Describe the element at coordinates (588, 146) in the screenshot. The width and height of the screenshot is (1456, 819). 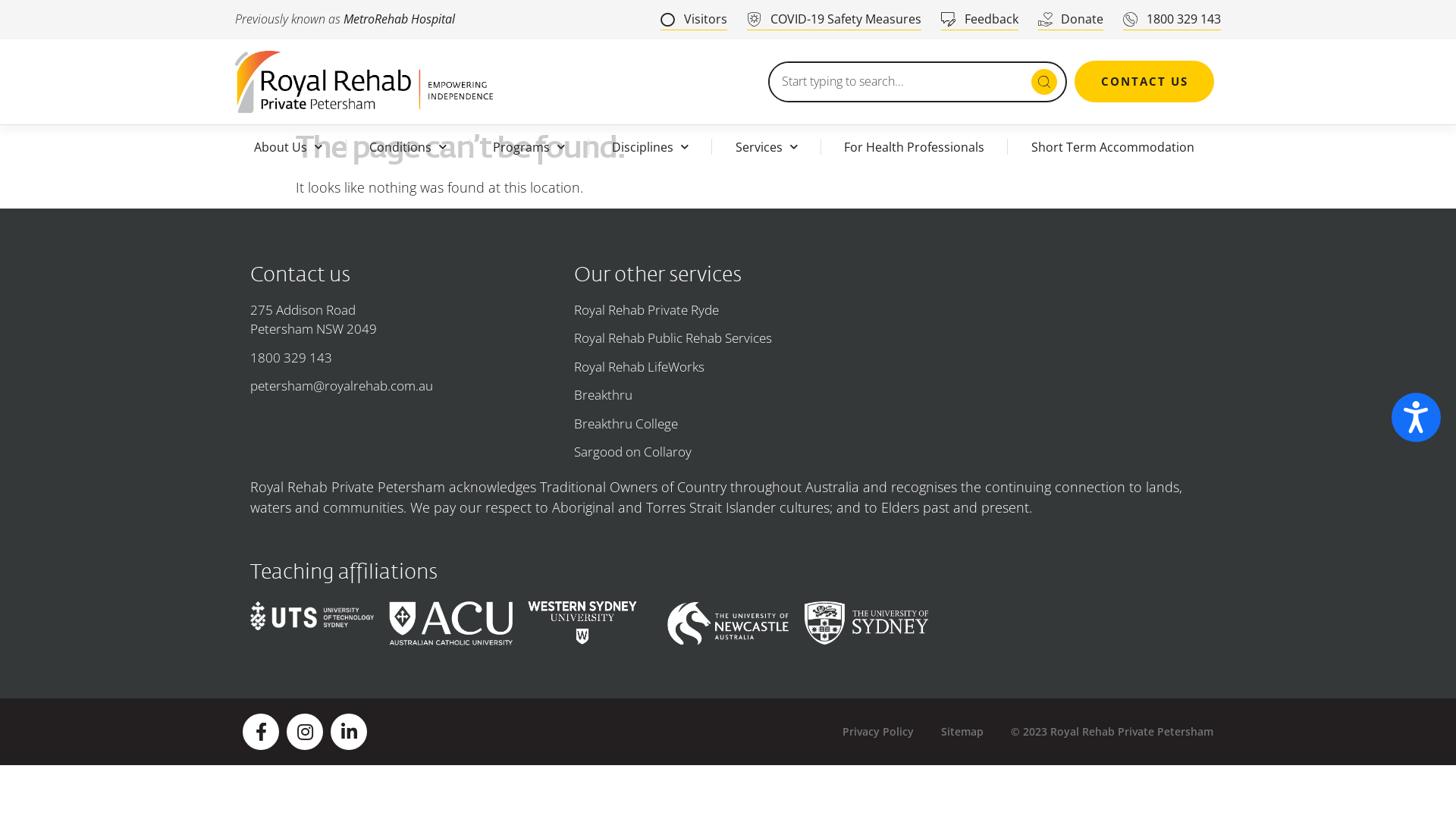
I see `'Disciplines'` at that location.